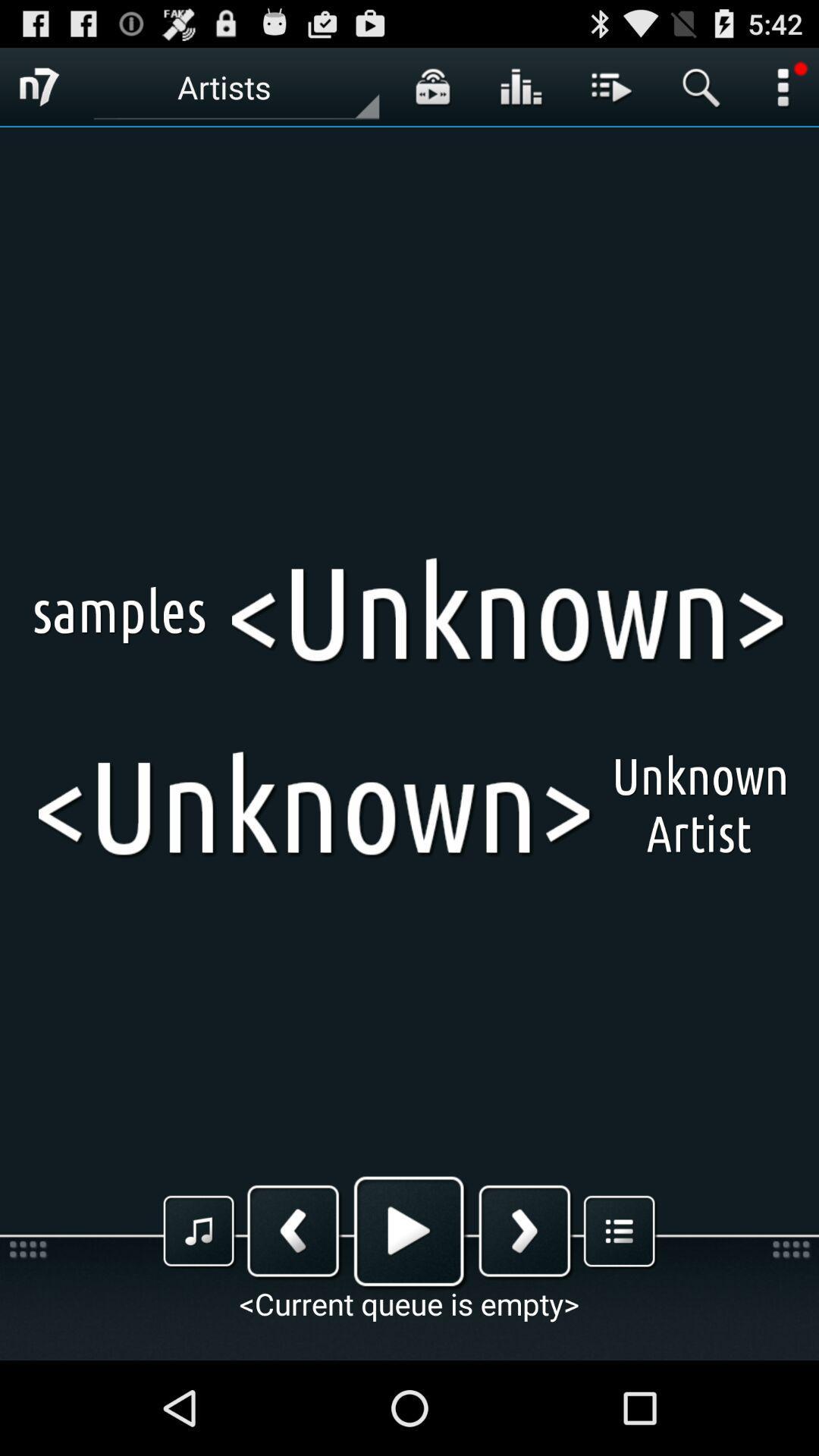  I want to click on the arrow_forward icon, so click(523, 1316).